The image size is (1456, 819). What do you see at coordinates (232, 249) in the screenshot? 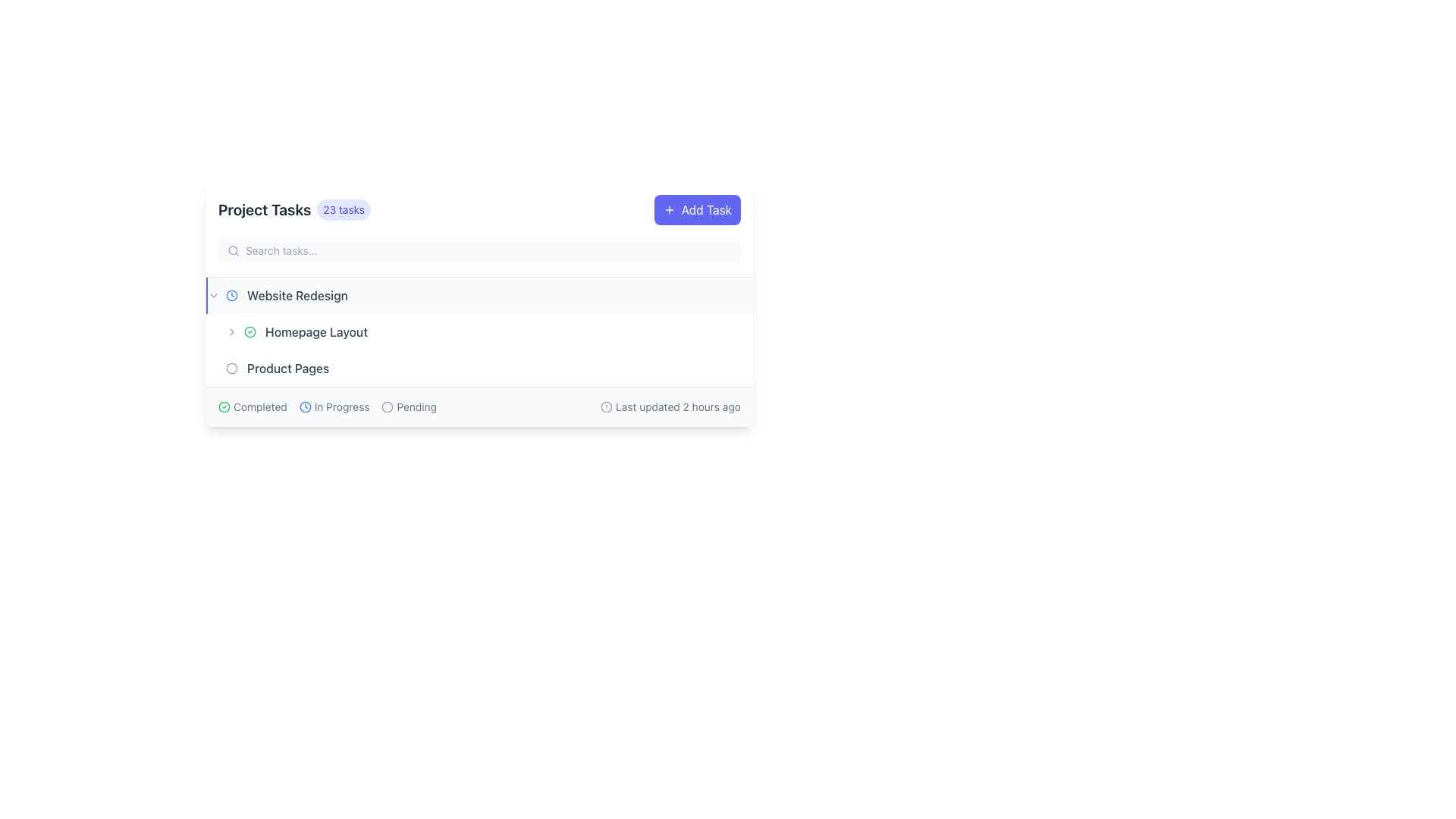
I see `the circular graphic element that is part of the SVG search icon located near the left side of the search bar in the task management section` at bounding box center [232, 249].